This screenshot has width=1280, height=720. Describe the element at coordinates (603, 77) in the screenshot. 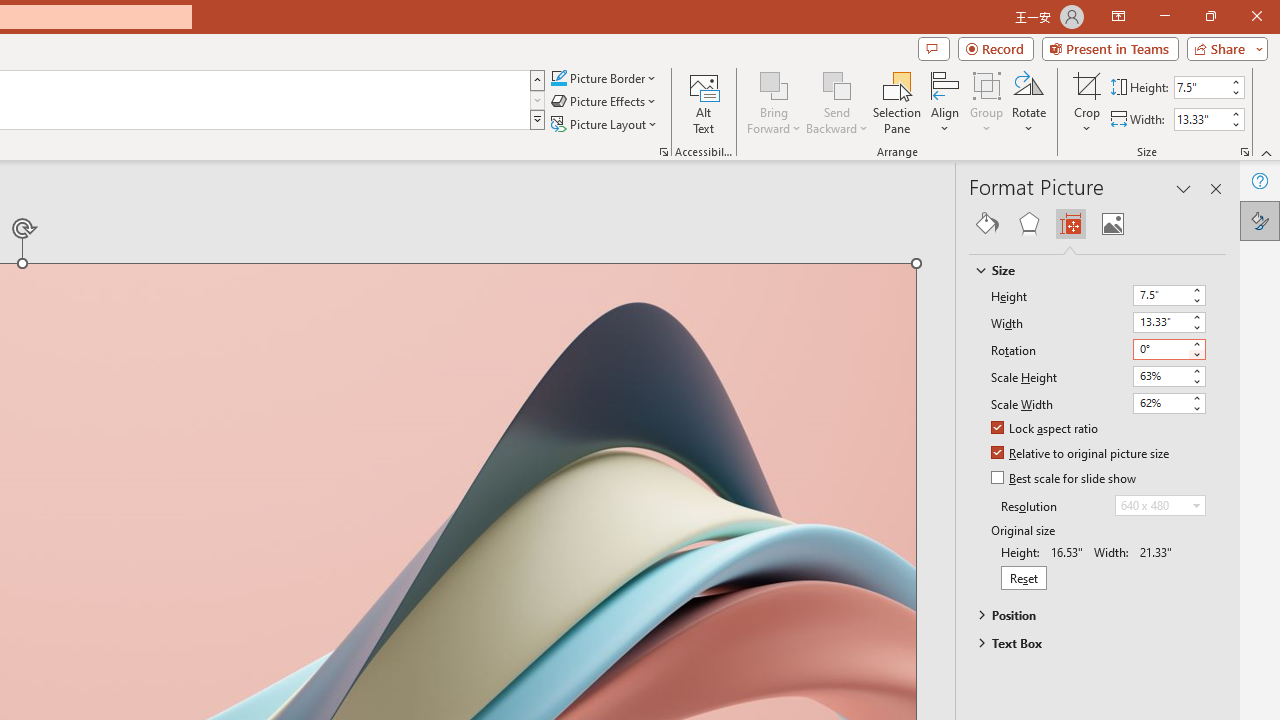

I see `'Picture Border'` at that location.